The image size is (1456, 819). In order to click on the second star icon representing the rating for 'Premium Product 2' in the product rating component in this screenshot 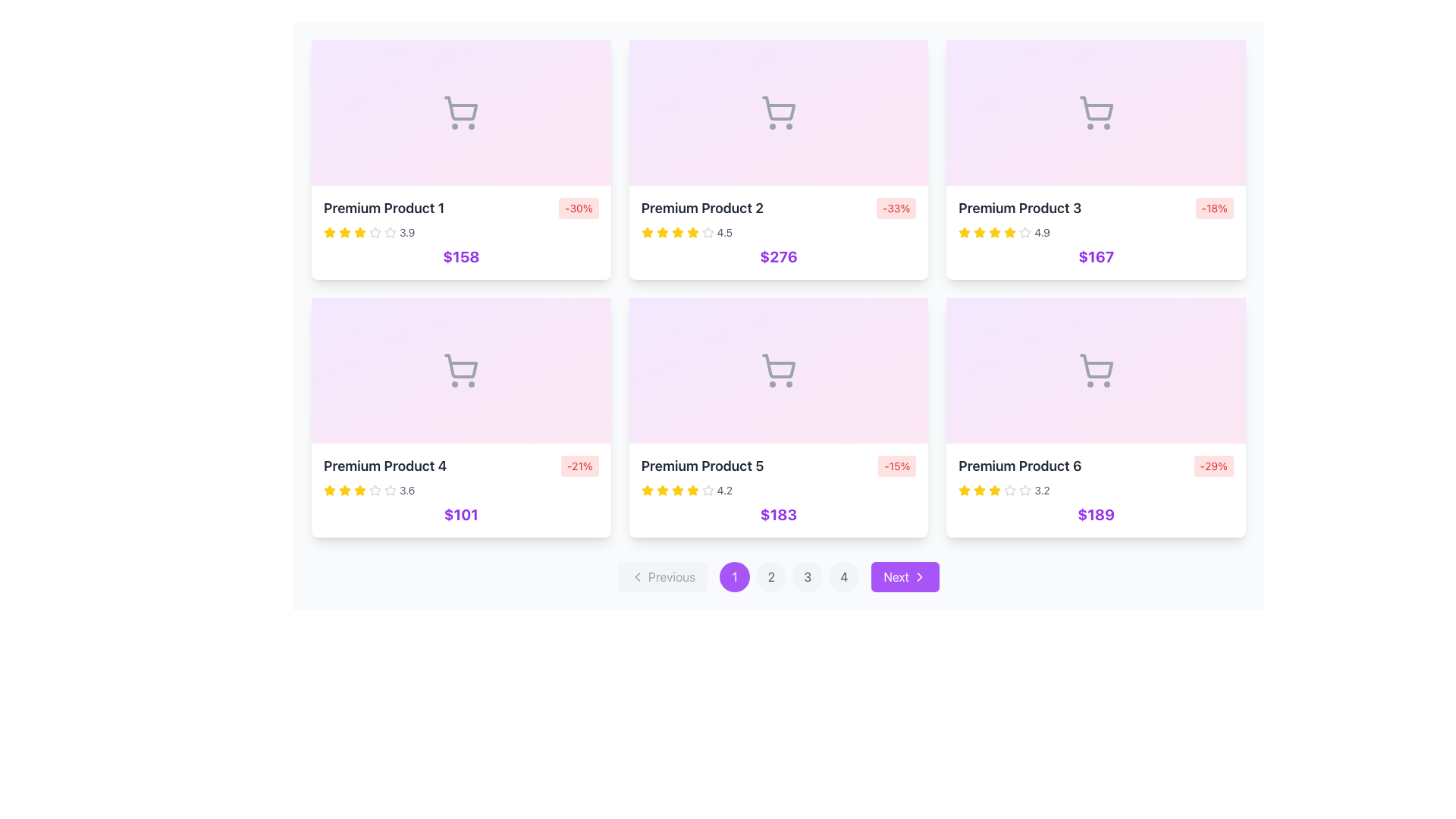, I will do `click(692, 232)`.